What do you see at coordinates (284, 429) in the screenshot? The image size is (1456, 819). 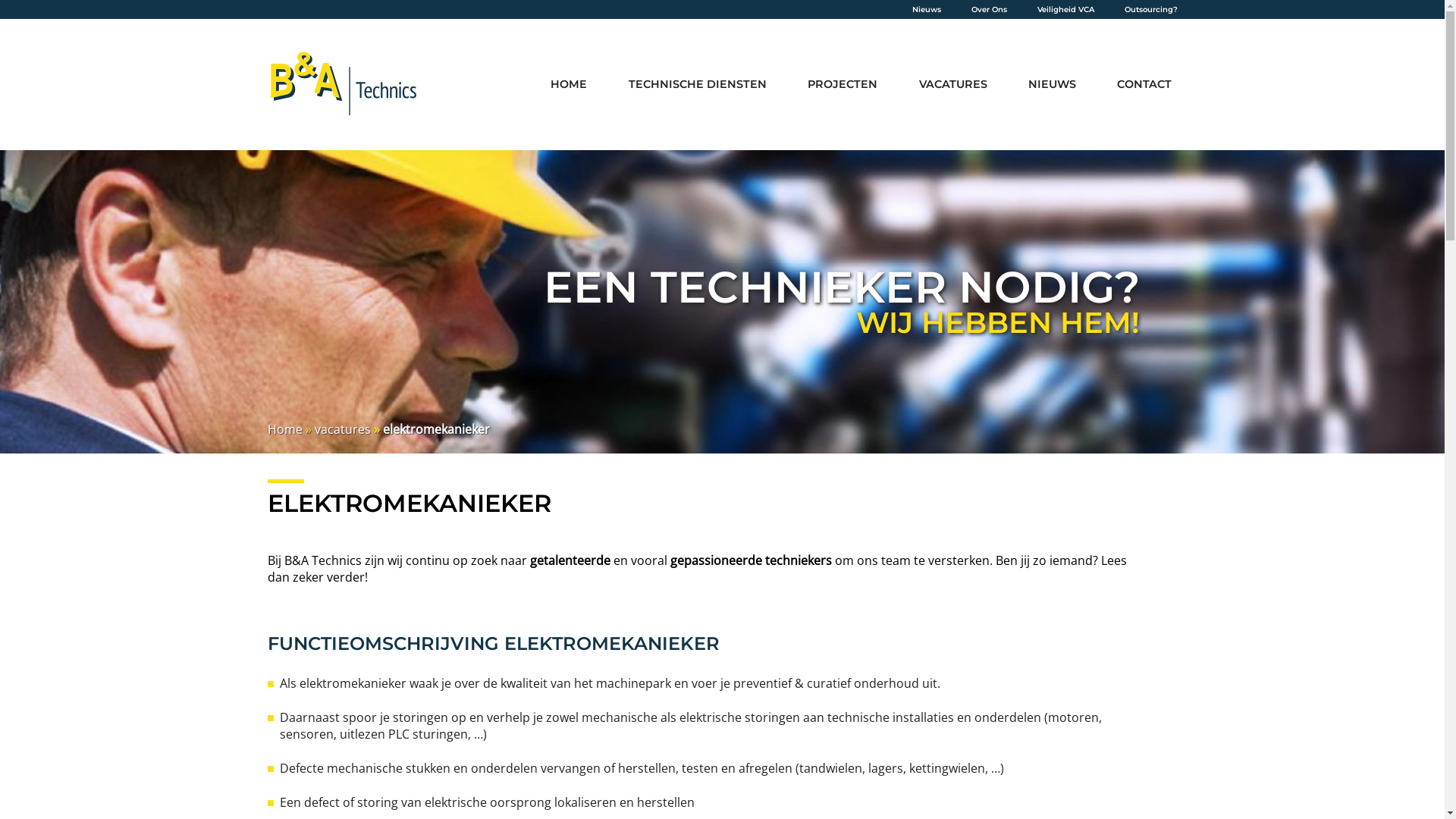 I see `'Home'` at bounding box center [284, 429].